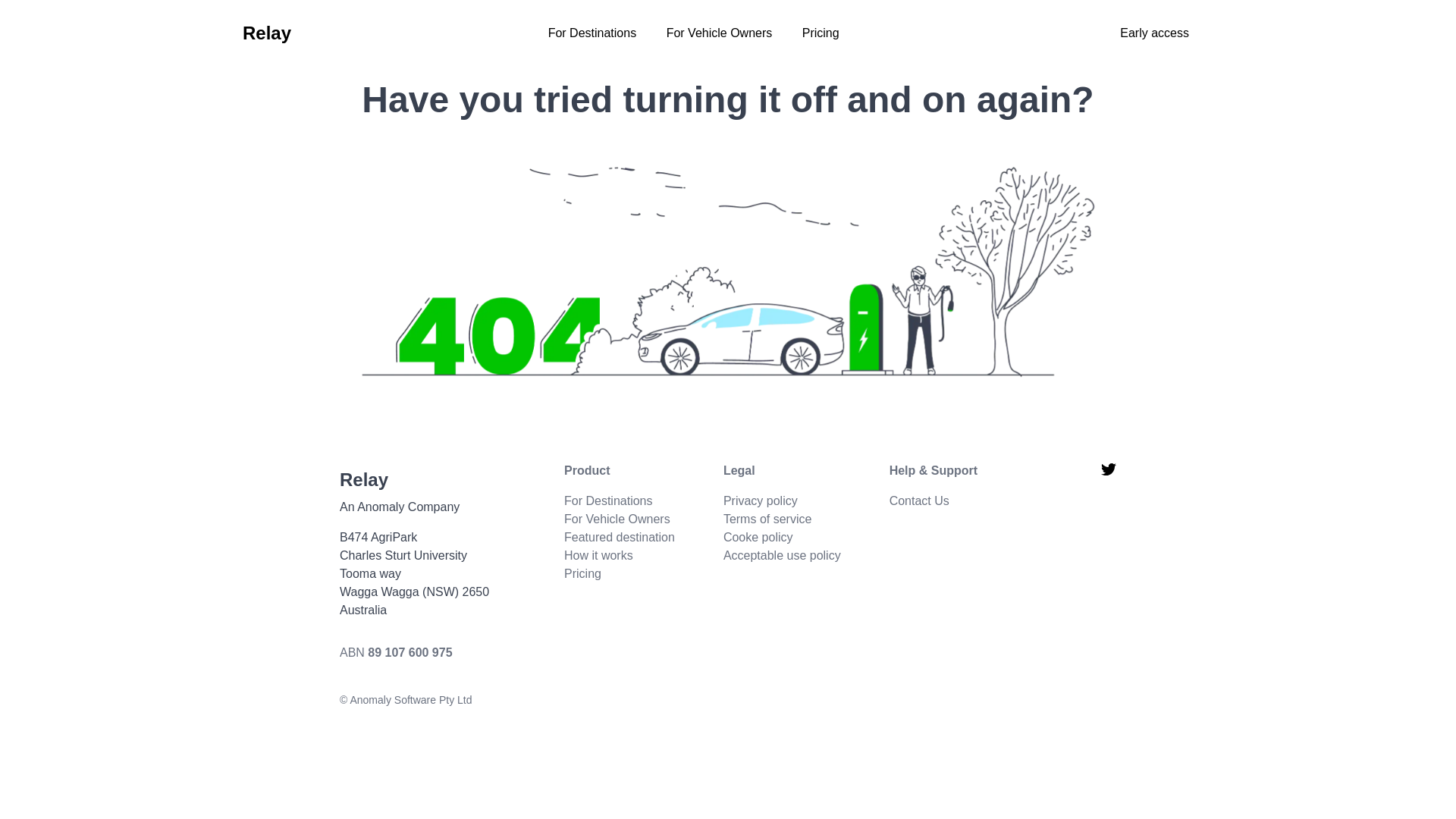 Image resolution: width=1456 pixels, height=819 pixels. I want to click on 'How it works', so click(598, 555).